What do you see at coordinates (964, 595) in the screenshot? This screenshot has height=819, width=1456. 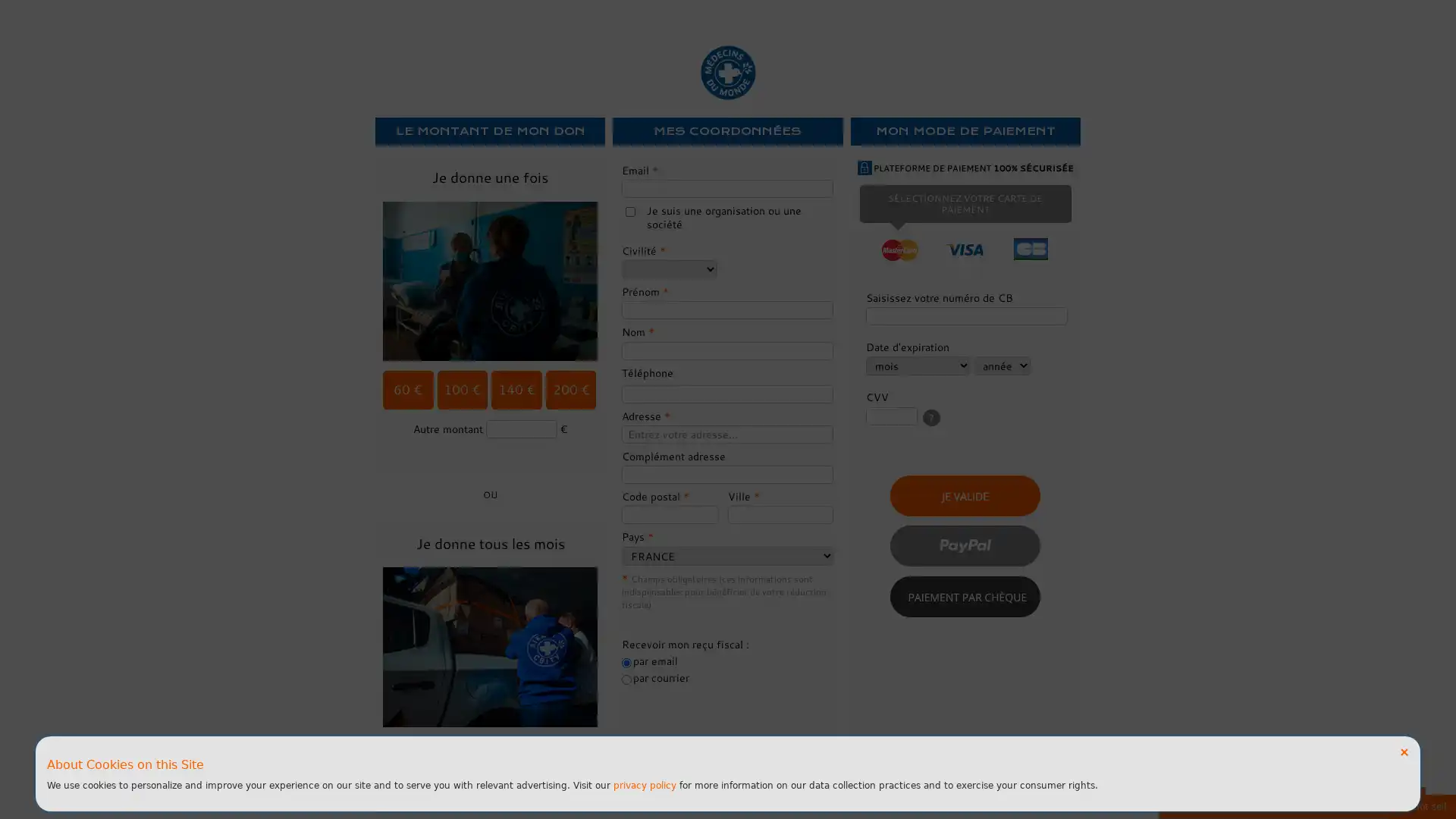 I see `Cheque` at bounding box center [964, 595].